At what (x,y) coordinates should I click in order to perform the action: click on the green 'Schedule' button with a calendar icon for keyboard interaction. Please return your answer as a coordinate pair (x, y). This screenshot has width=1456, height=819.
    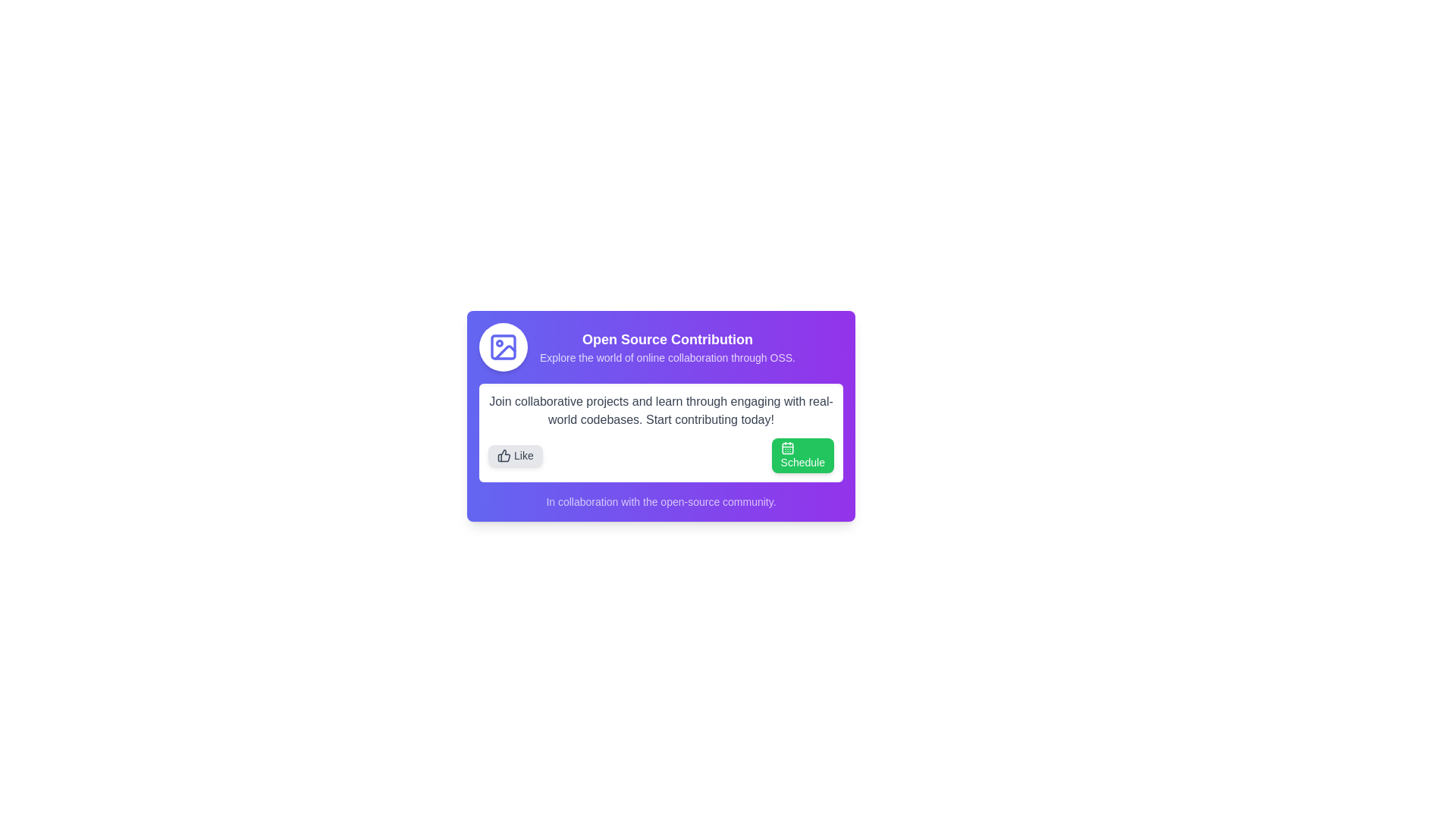
    Looking at the image, I should click on (802, 455).